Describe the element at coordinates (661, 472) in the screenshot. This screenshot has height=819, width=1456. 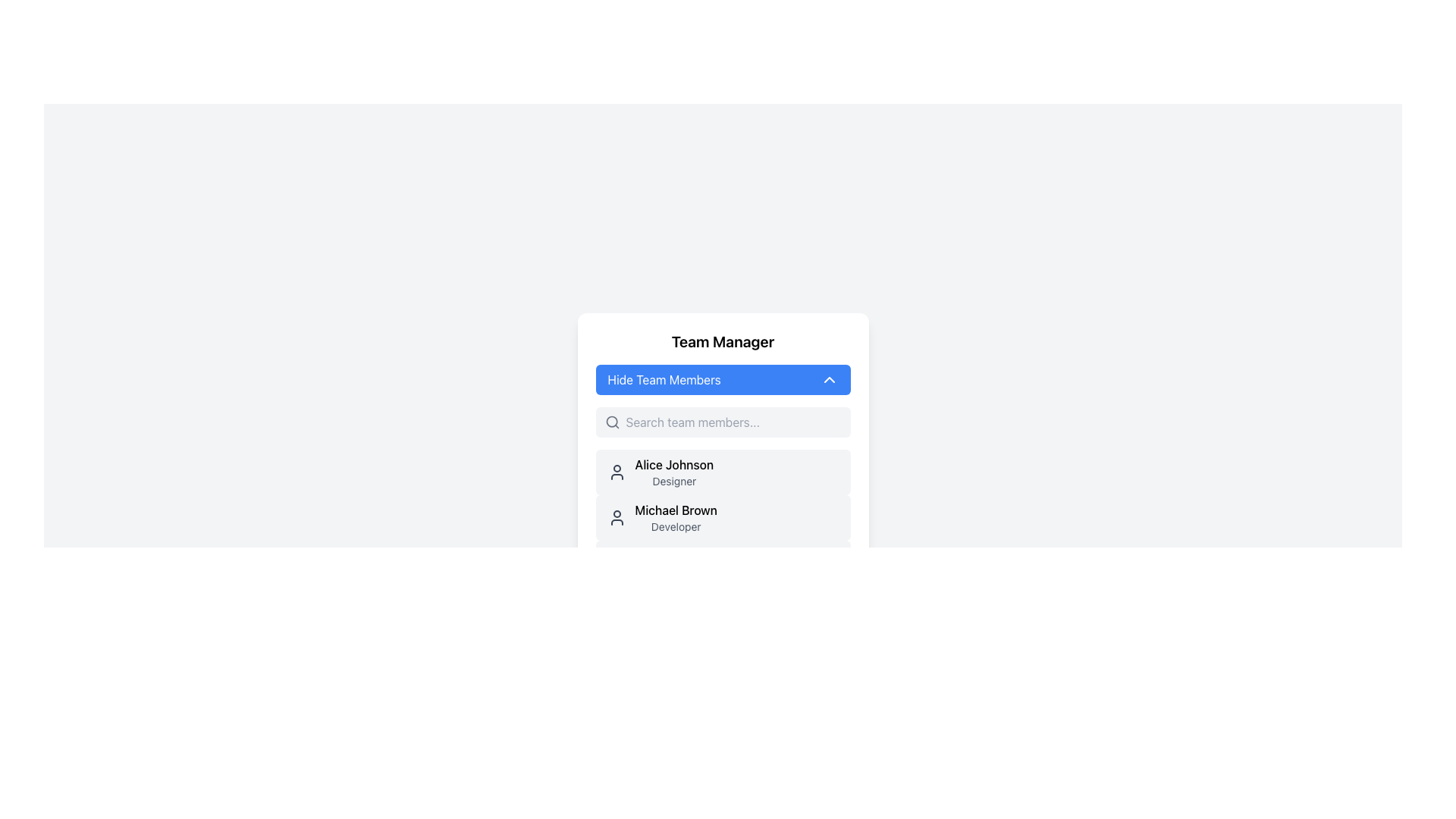
I see `and drop the first team member item representing 'Alice JohnsonDesigner'` at that location.